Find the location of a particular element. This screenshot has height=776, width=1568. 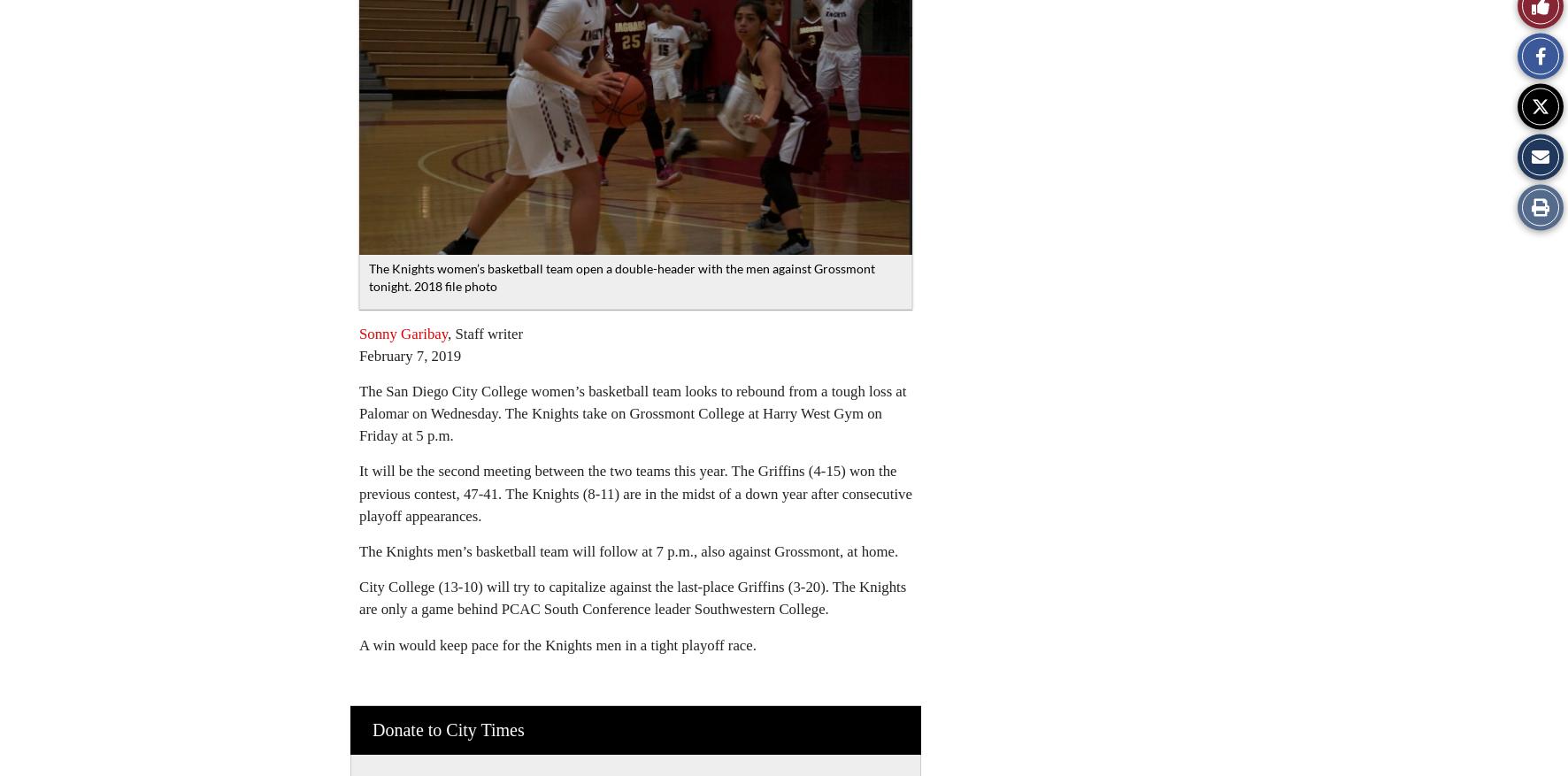

'A win would keep pace for the Knights men in a tight playoff race.' is located at coordinates (557, 643).